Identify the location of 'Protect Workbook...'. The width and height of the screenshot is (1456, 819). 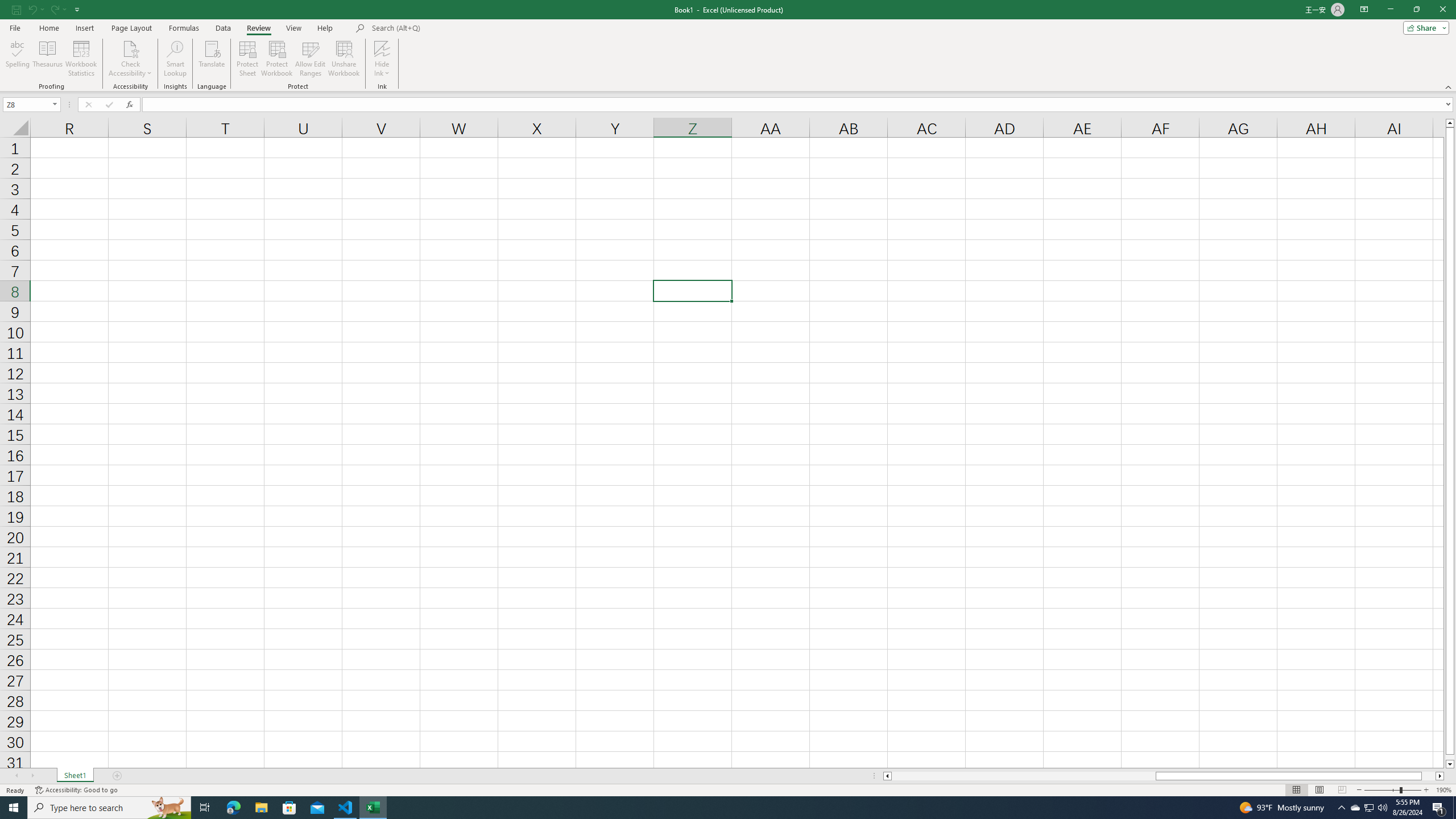
(276, 59).